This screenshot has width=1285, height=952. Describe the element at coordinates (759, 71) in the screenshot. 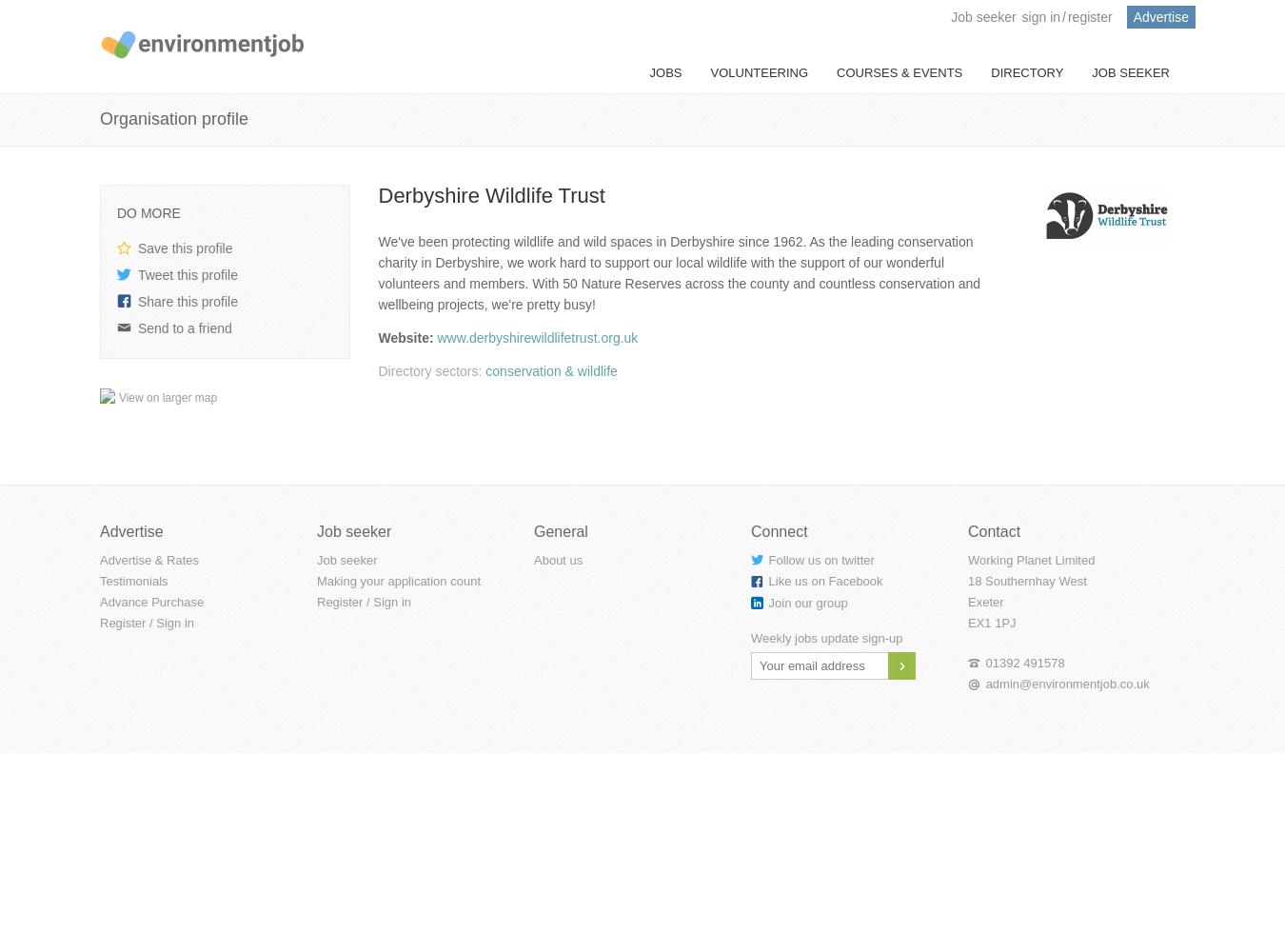

I see `'Volunteering'` at that location.